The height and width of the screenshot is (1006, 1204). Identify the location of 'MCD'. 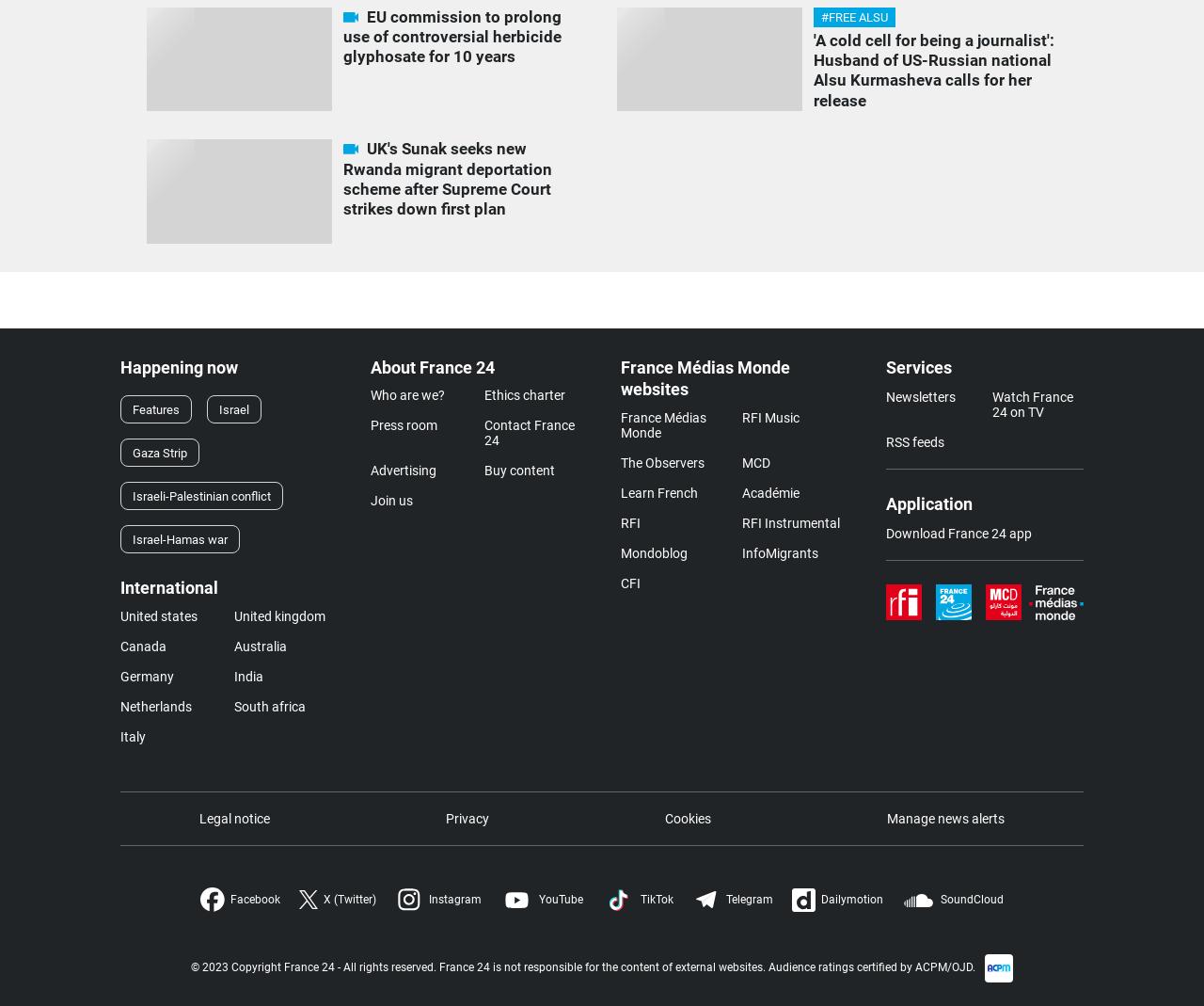
(755, 460).